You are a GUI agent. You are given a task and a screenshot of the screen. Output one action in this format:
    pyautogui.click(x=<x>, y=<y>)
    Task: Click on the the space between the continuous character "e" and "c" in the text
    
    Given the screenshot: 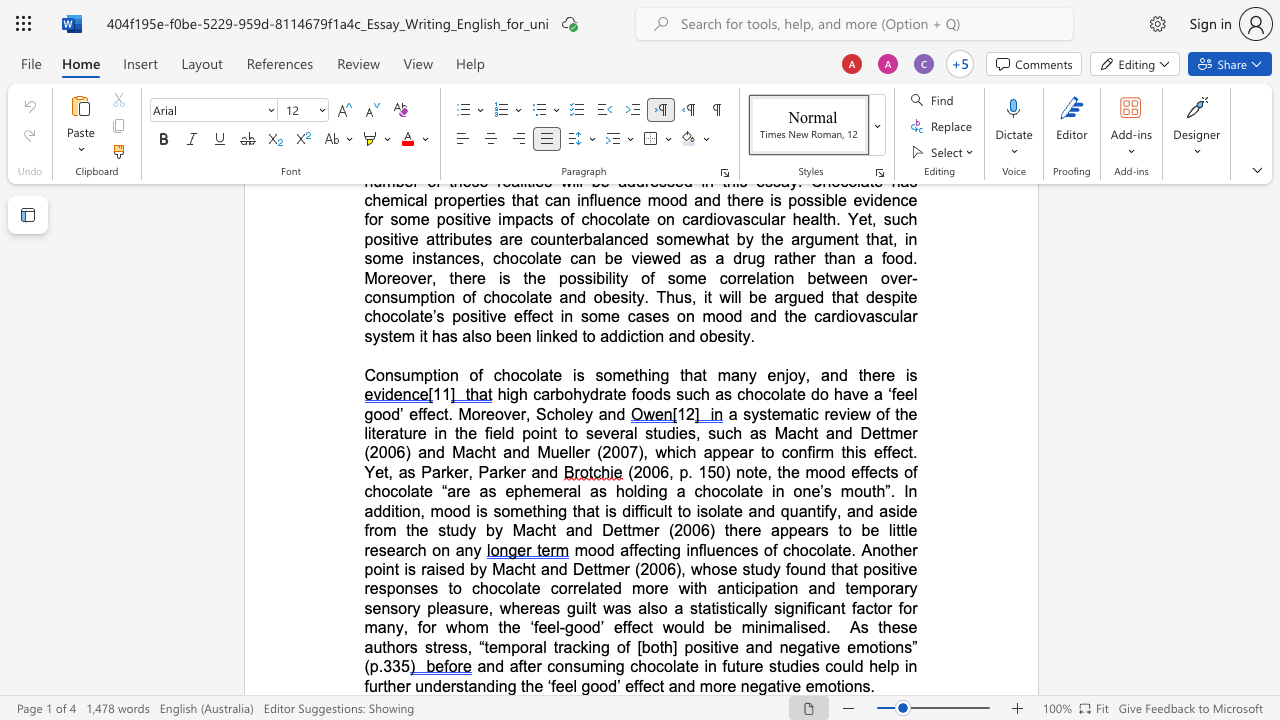 What is the action you would take?
    pyautogui.click(x=651, y=685)
    